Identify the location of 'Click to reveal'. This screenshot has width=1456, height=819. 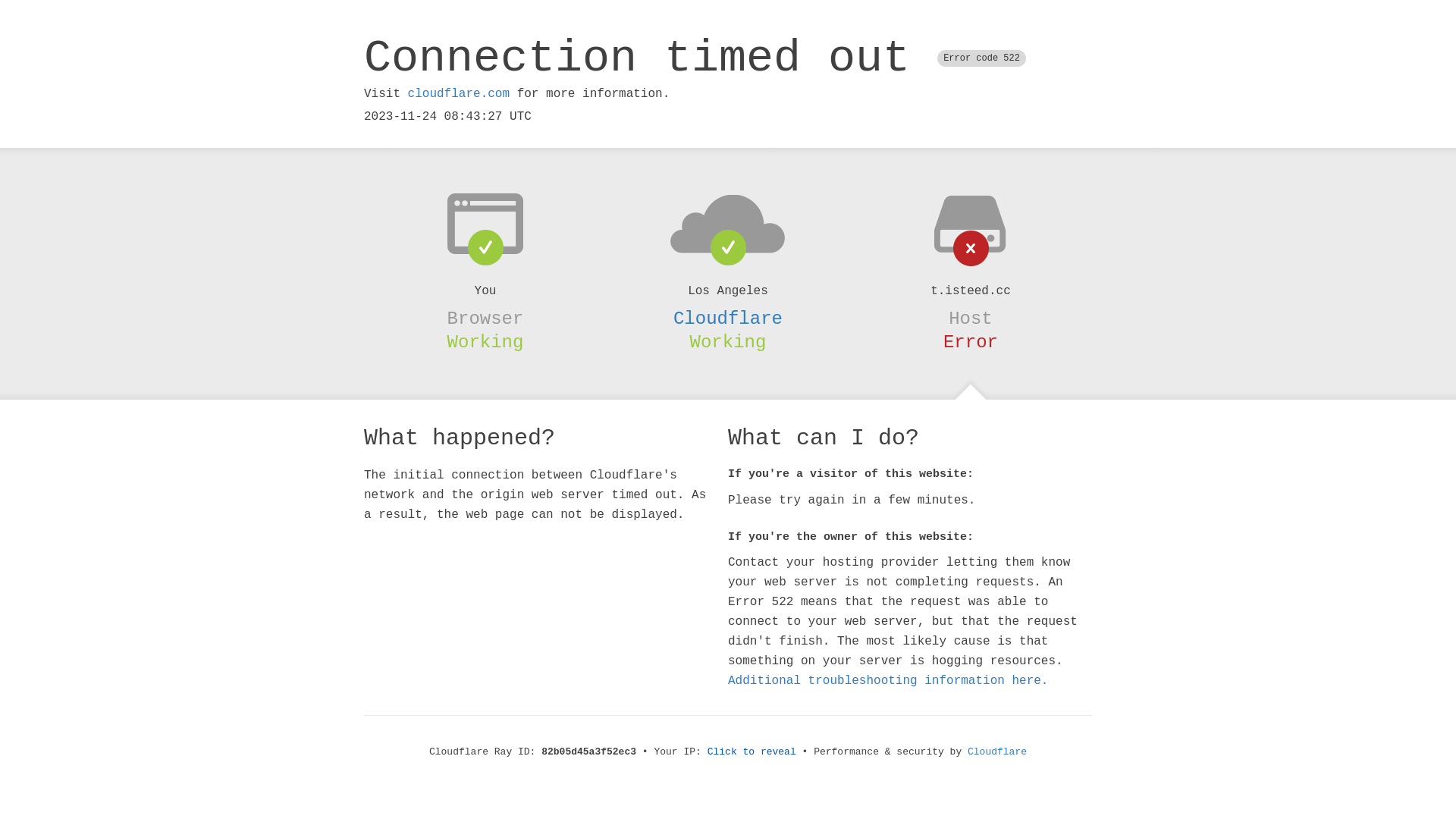
(752, 752).